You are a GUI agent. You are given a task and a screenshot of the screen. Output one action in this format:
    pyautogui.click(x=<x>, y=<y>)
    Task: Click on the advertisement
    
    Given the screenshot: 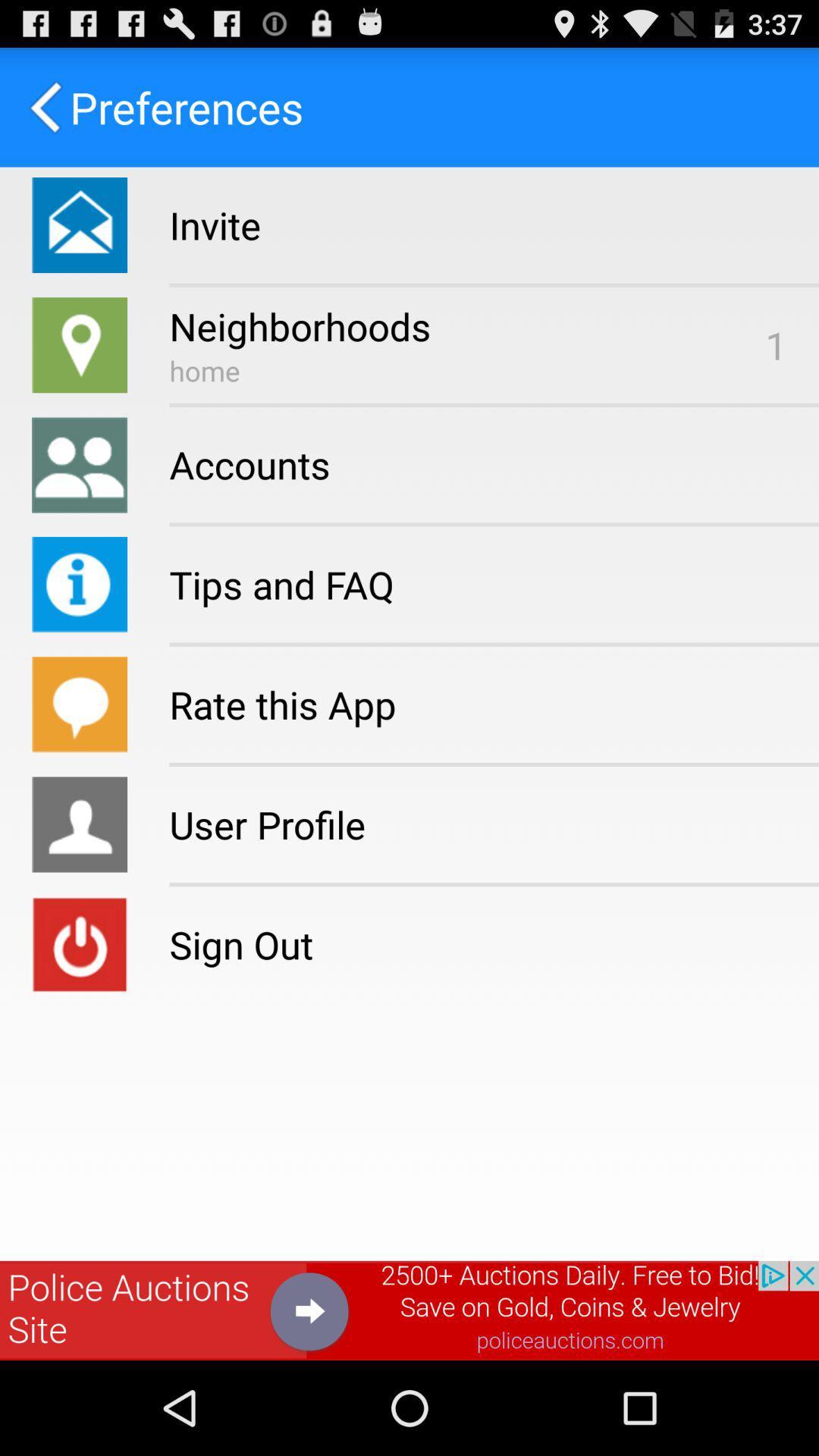 What is the action you would take?
    pyautogui.click(x=409, y=1310)
    